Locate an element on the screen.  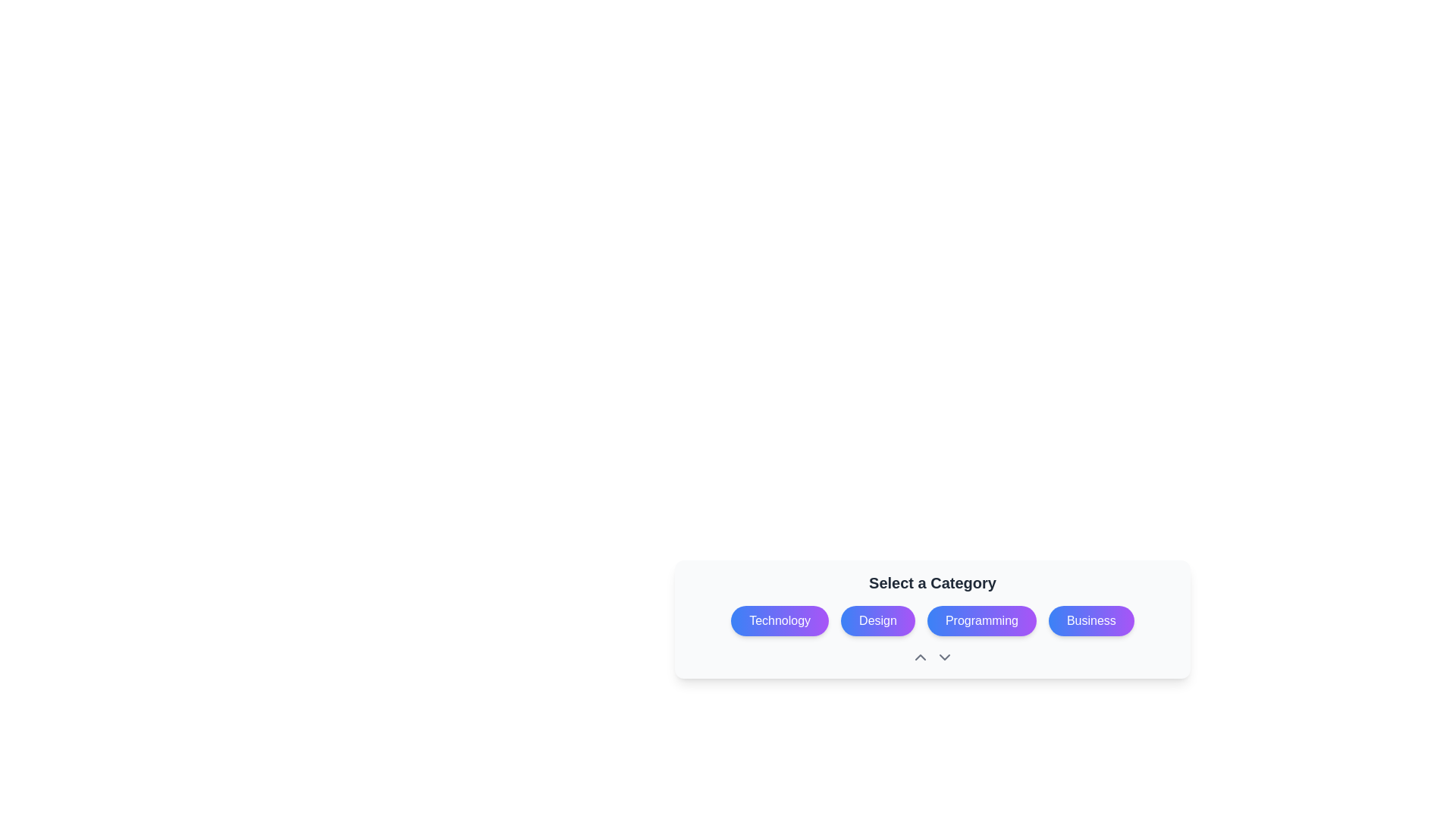
the 'Programming' button, which is the third button in a row of four rounded rectangular buttons styled with a gradient from blue to purple, located below the header 'Select a Category' is located at coordinates (931, 620).